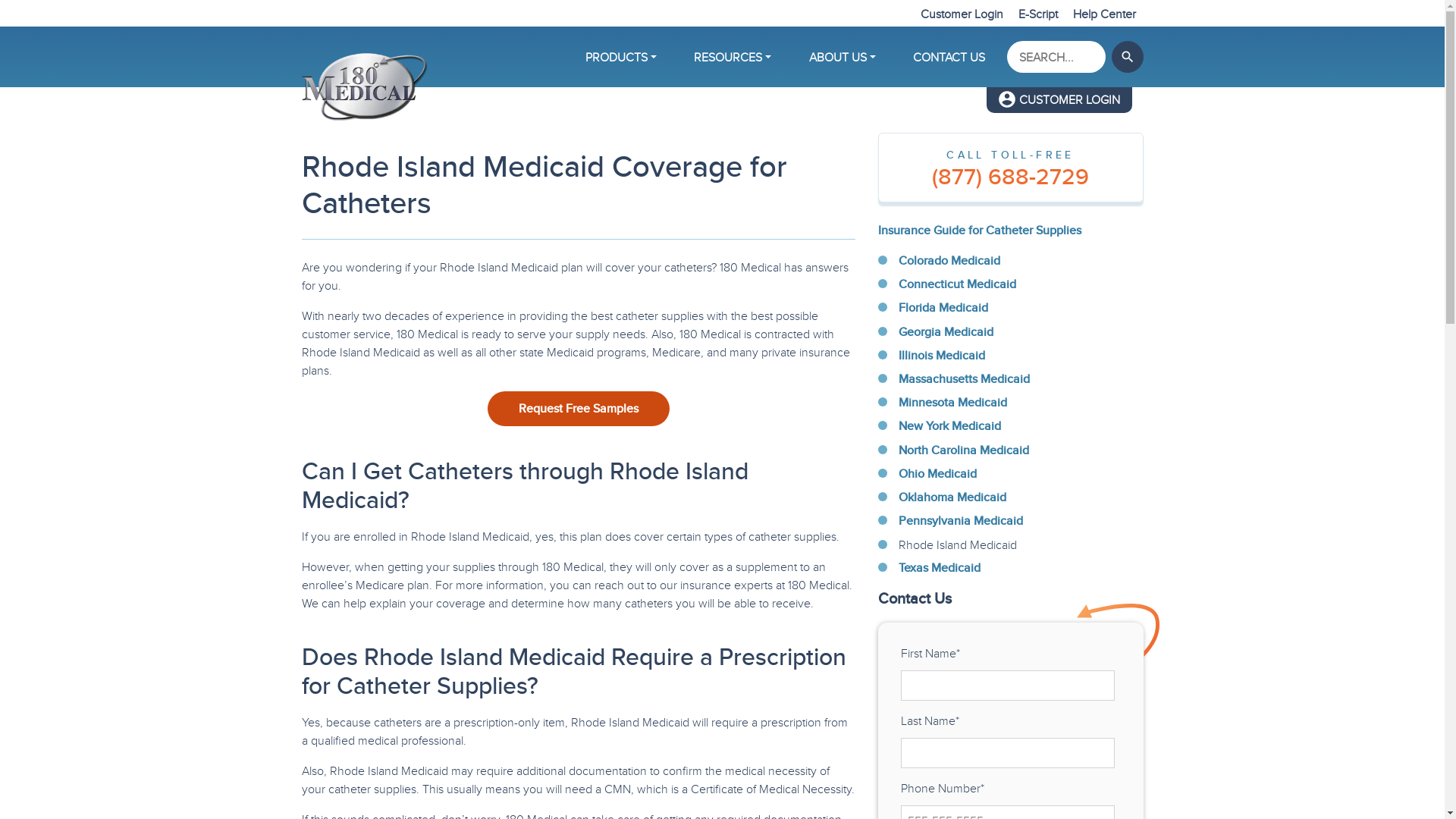 This screenshot has width=1456, height=819. What do you see at coordinates (942, 307) in the screenshot?
I see `'Florida Medicaid'` at bounding box center [942, 307].